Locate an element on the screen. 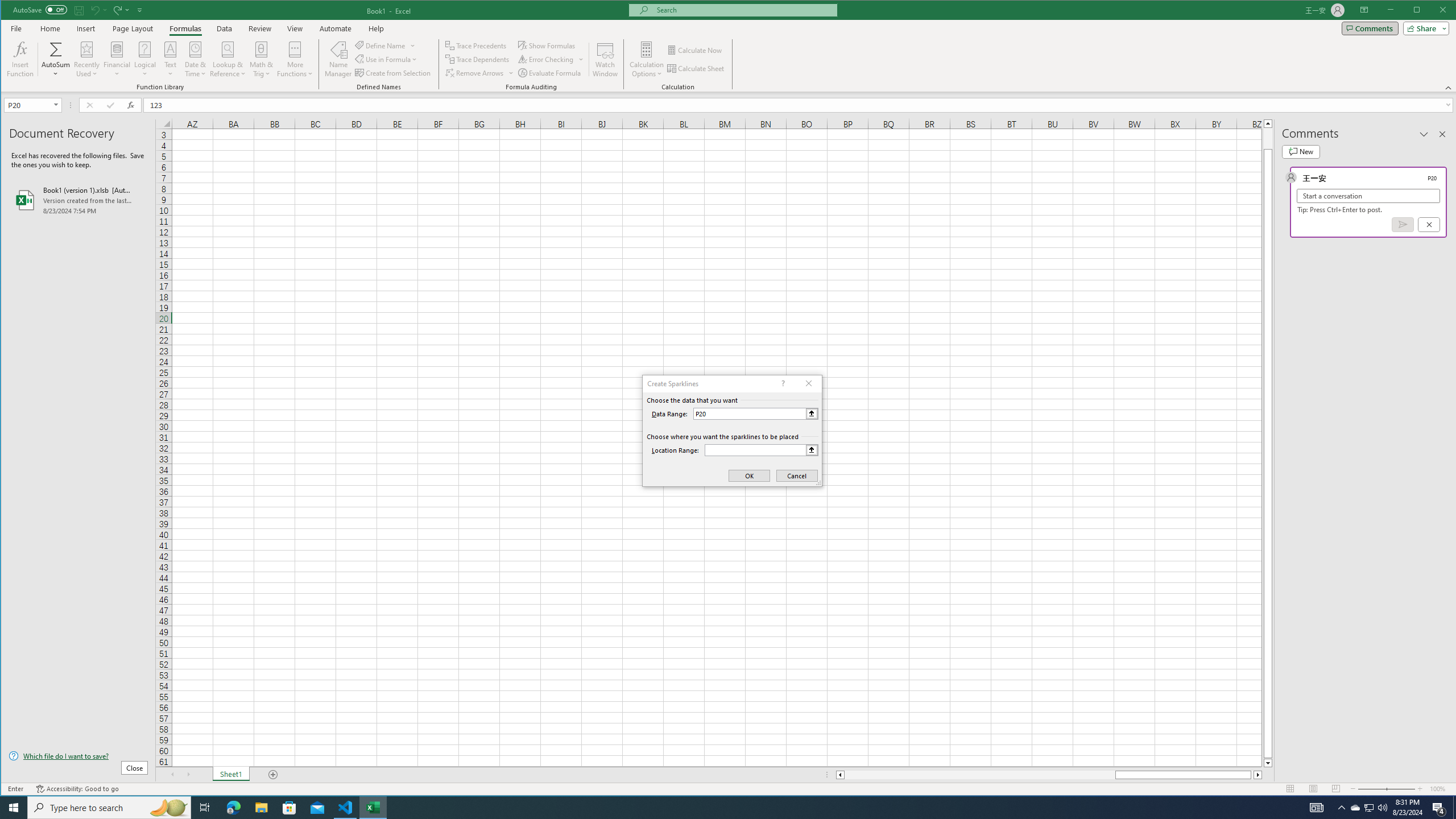 This screenshot has height=819, width=1456. 'Collapse the Ribbon' is located at coordinates (1449, 87).